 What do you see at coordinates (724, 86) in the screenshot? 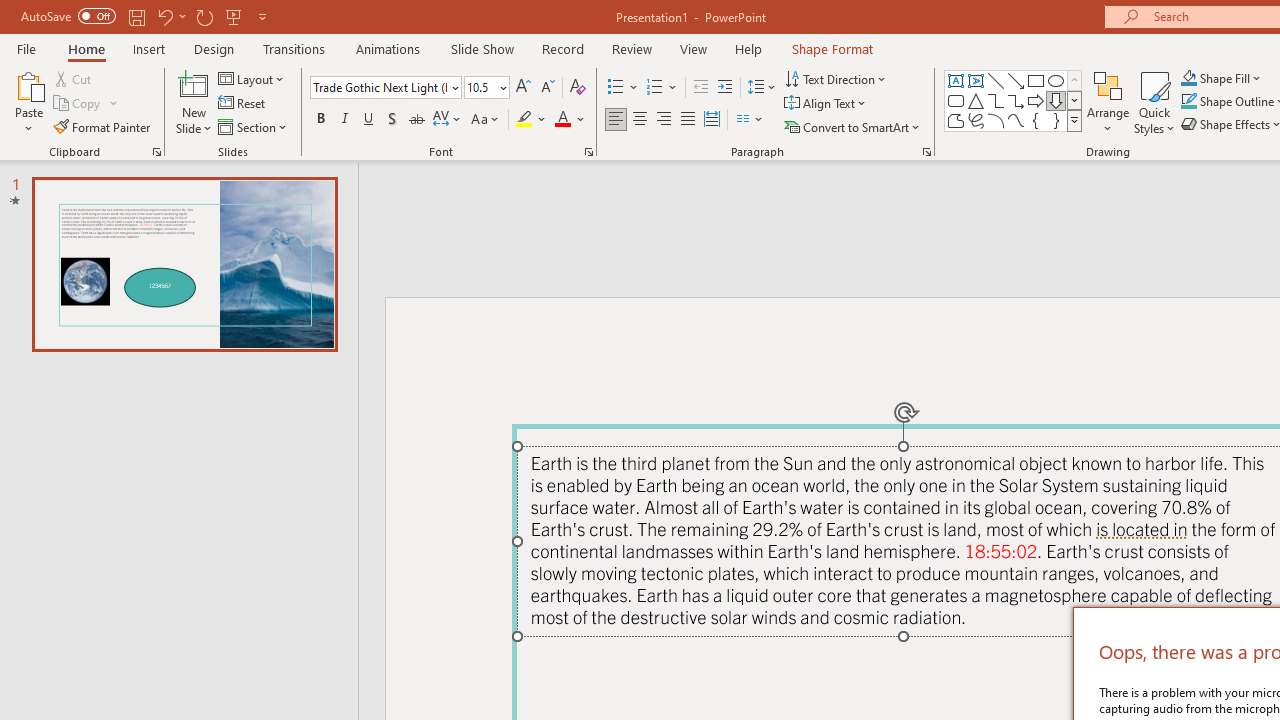
I see `'Increase Indent'` at bounding box center [724, 86].